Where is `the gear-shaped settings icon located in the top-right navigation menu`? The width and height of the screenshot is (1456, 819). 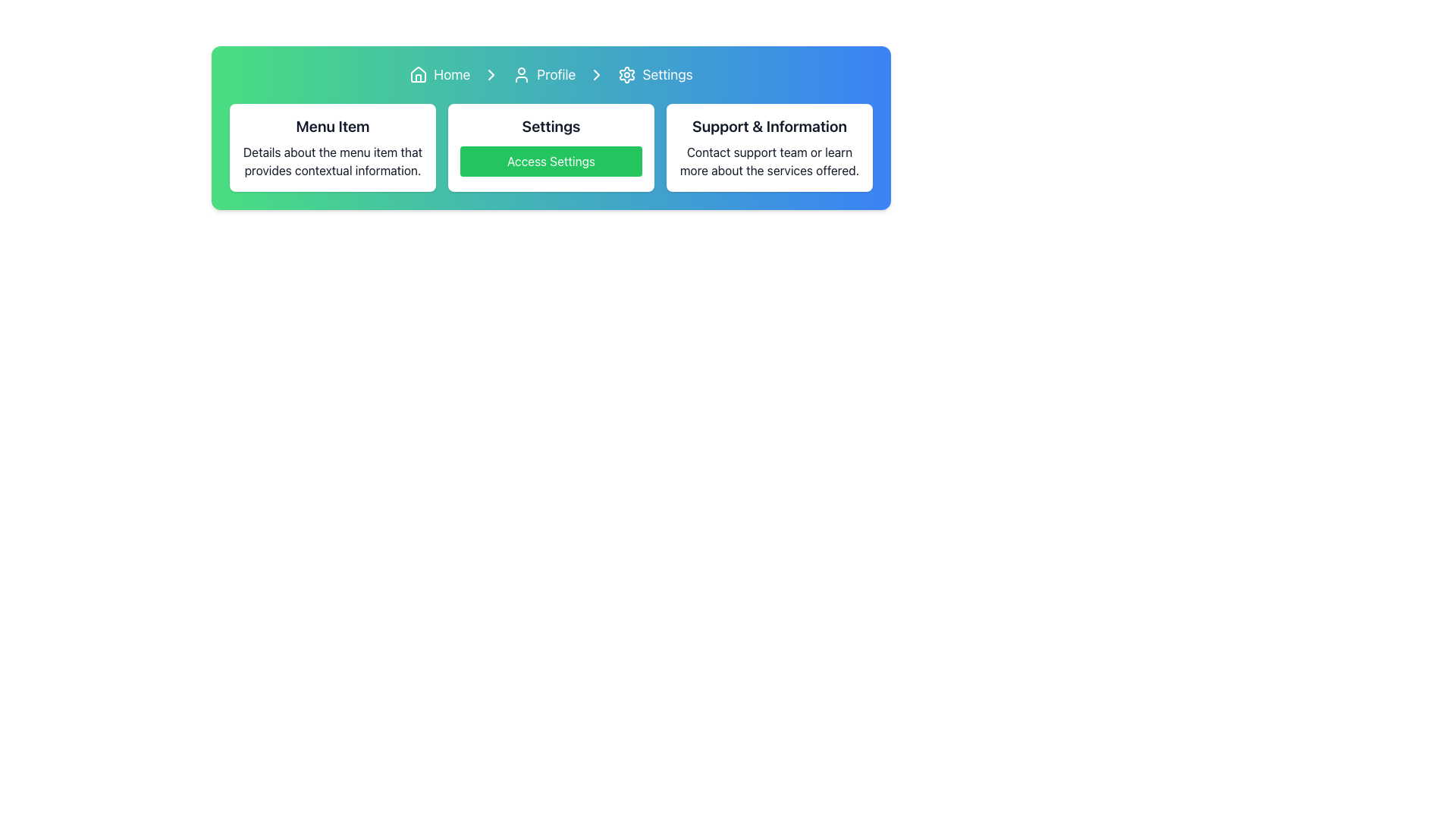 the gear-shaped settings icon located in the top-right navigation menu is located at coordinates (627, 75).